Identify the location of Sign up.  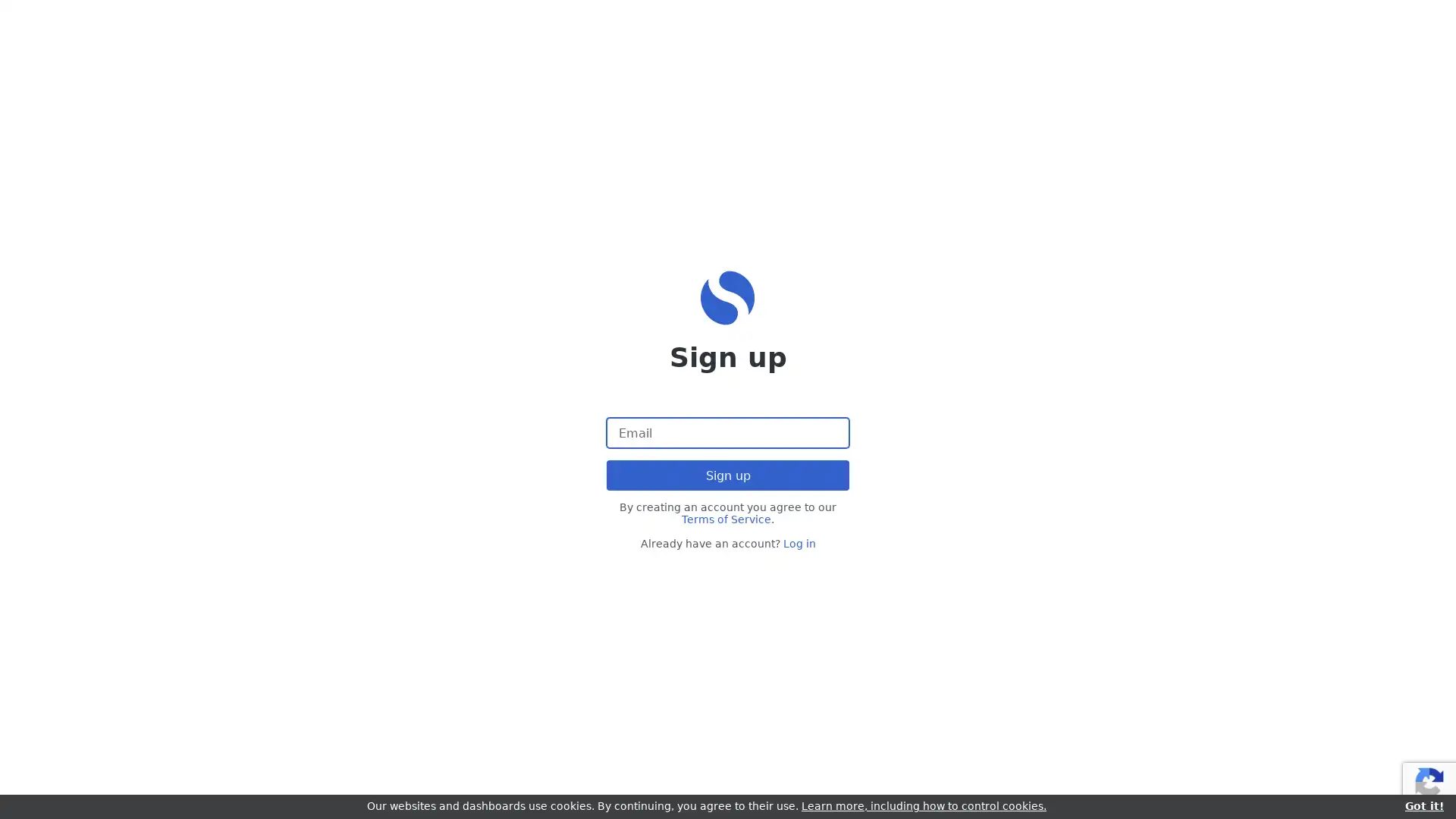
(728, 475).